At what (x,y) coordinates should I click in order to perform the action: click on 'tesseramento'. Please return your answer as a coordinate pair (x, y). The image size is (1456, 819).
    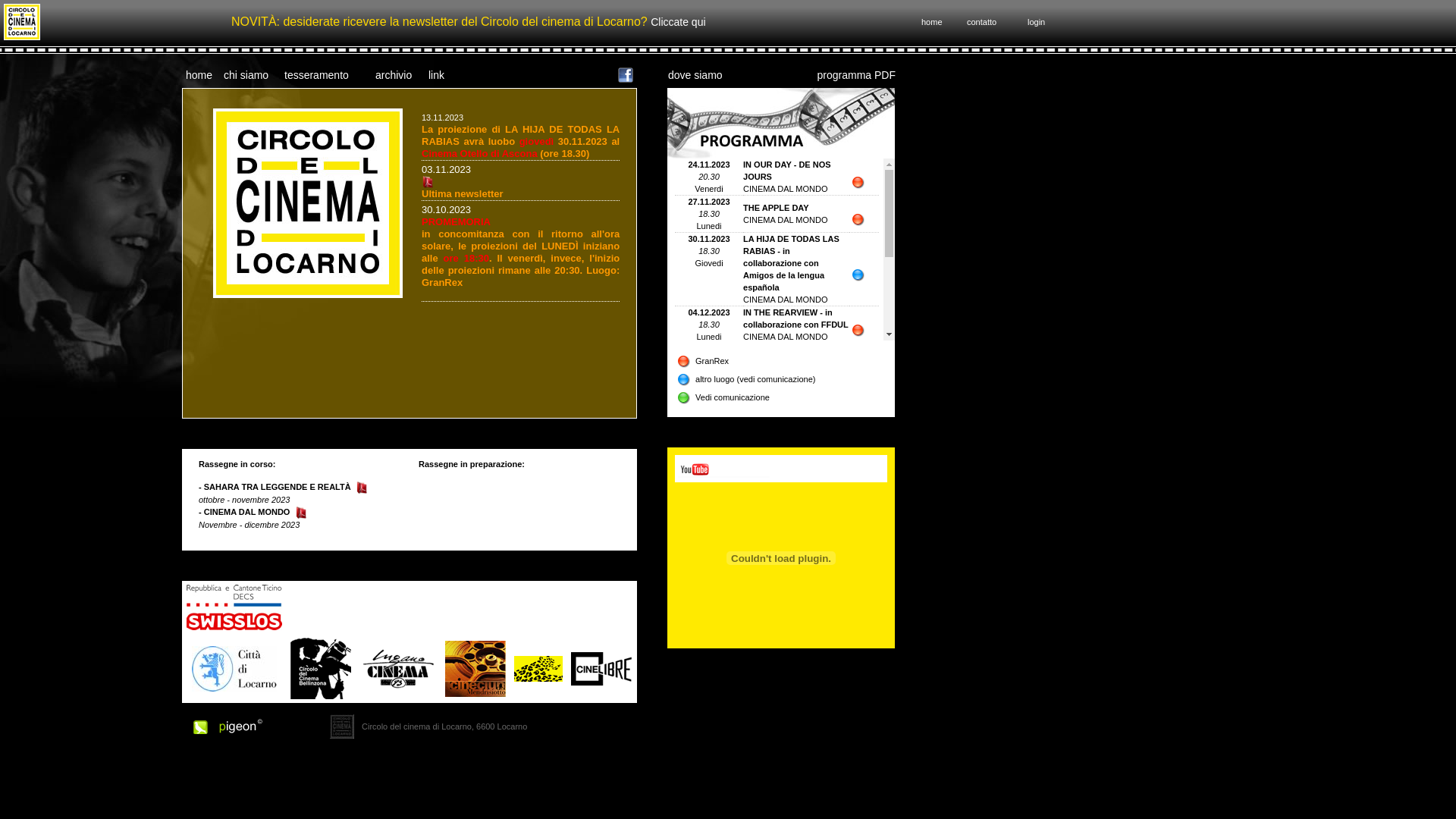
    Looking at the image, I should click on (315, 74).